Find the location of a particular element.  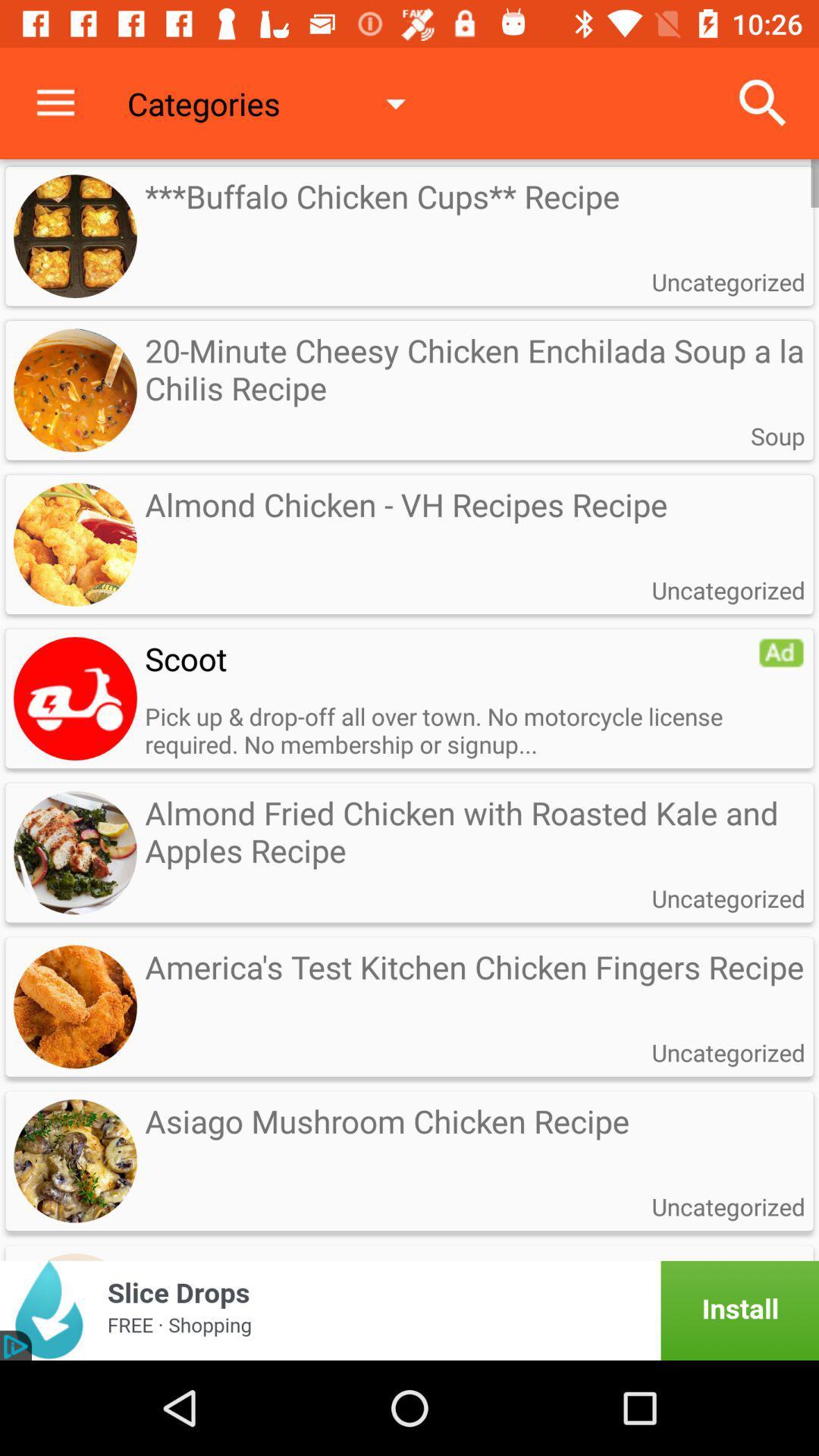

searching page is located at coordinates (75, 698).